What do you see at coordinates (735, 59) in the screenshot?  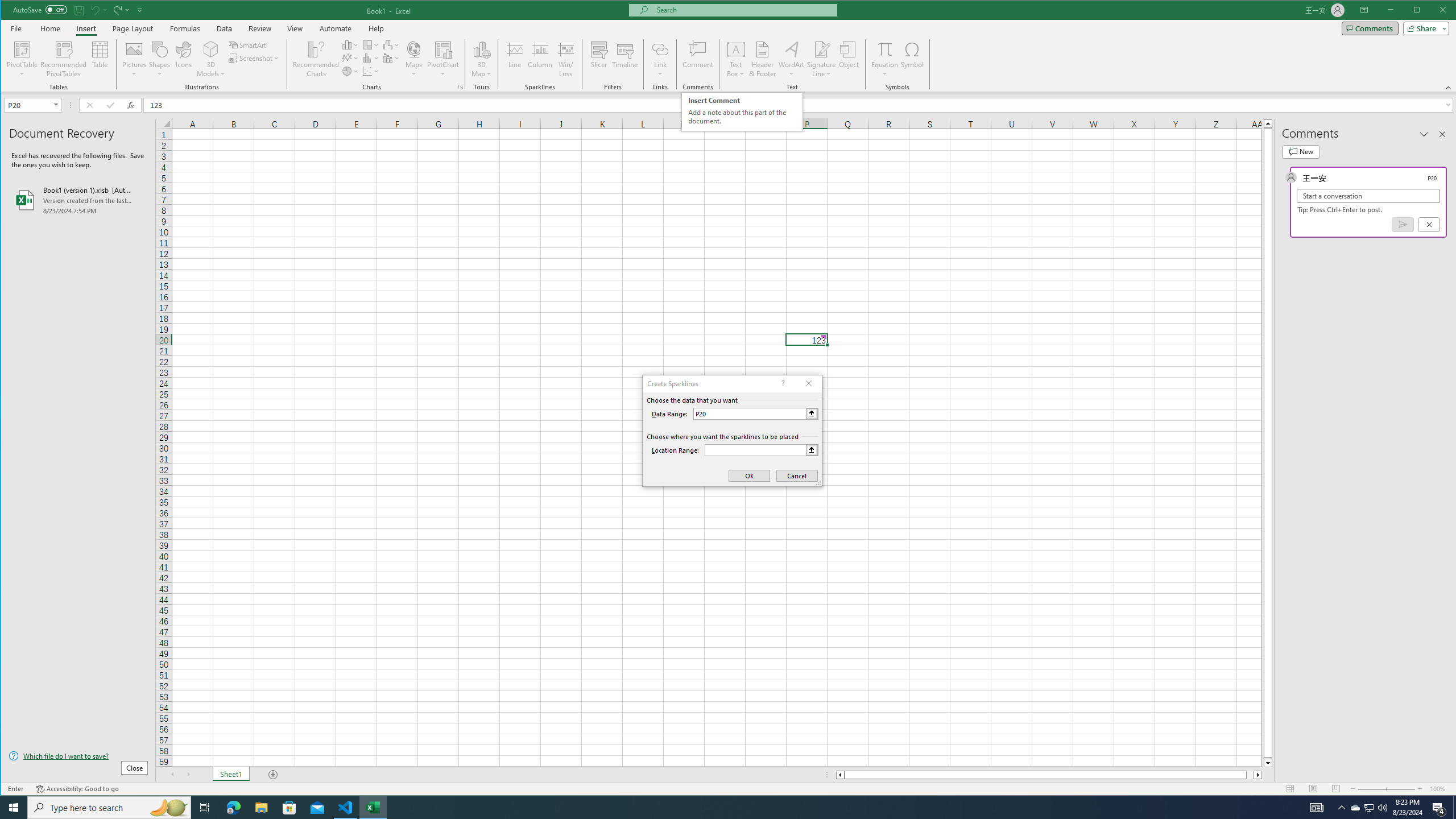 I see `'Text Box'` at bounding box center [735, 59].